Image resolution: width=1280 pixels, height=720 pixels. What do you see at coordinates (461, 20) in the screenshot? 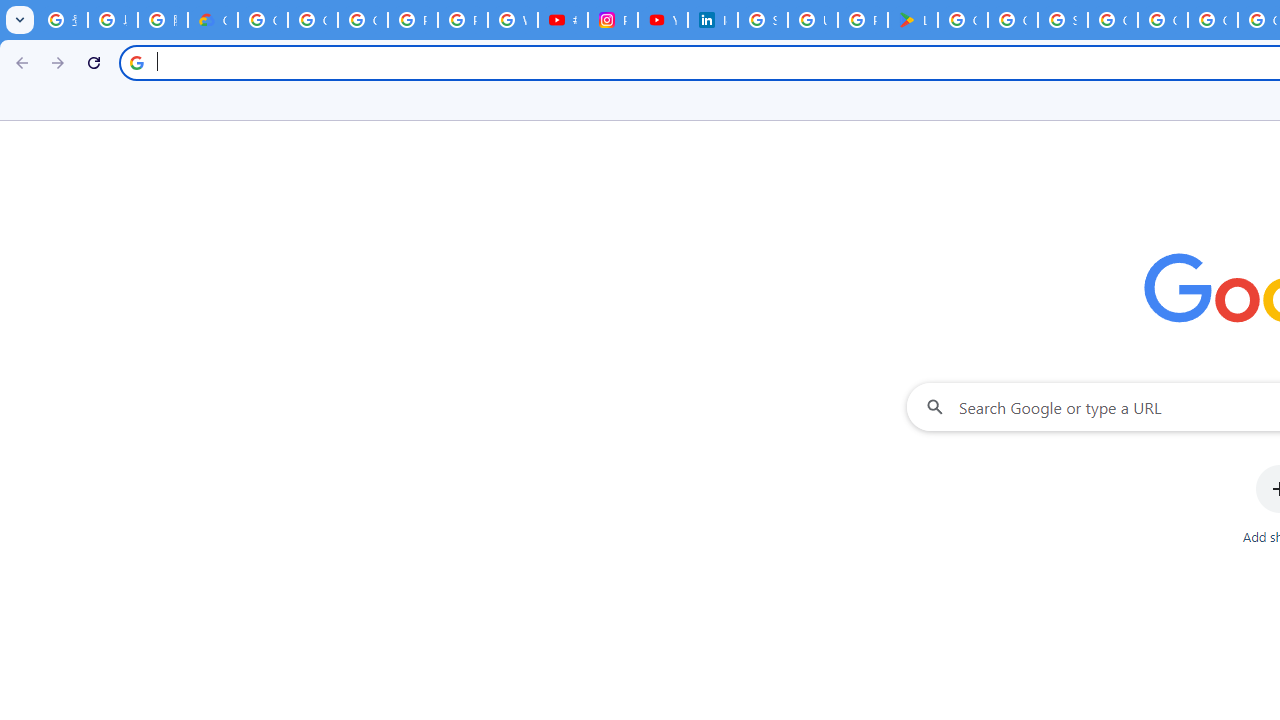
I see `'Privacy Help Center - Policies Help'` at bounding box center [461, 20].